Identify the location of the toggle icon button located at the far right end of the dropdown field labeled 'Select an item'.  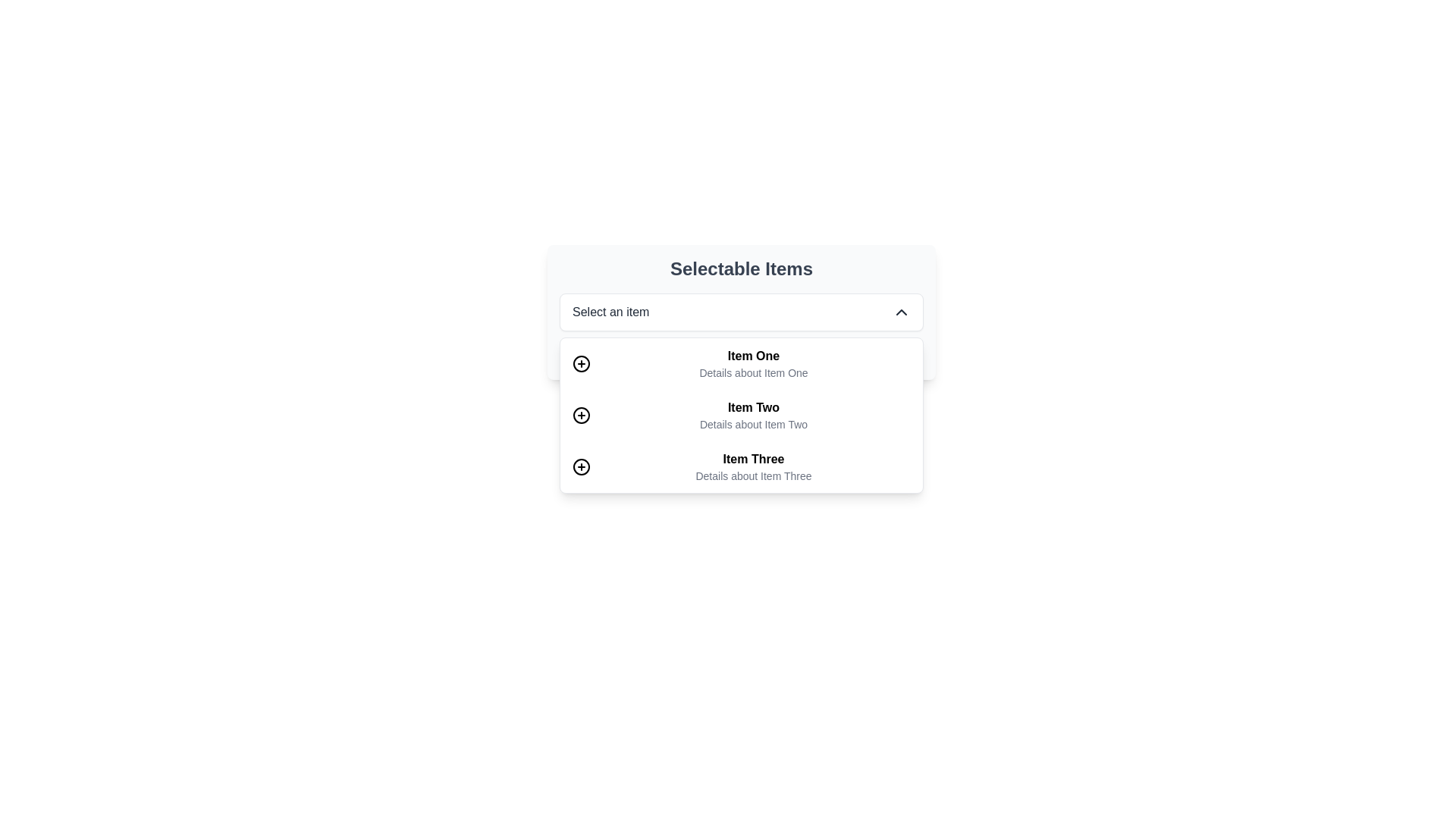
(902, 312).